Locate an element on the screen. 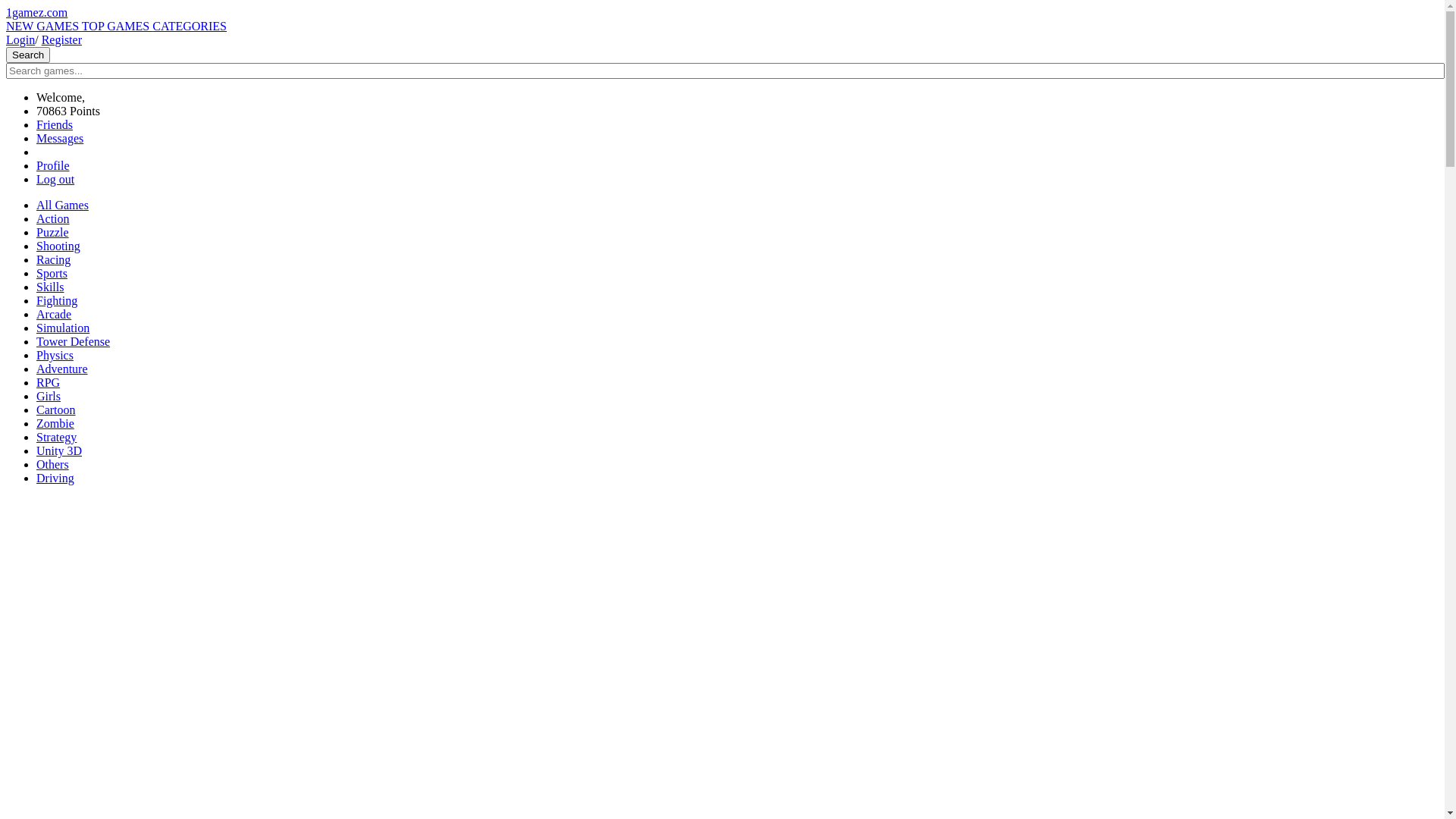 The height and width of the screenshot is (819, 1456). 'Log out' is located at coordinates (55, 178).